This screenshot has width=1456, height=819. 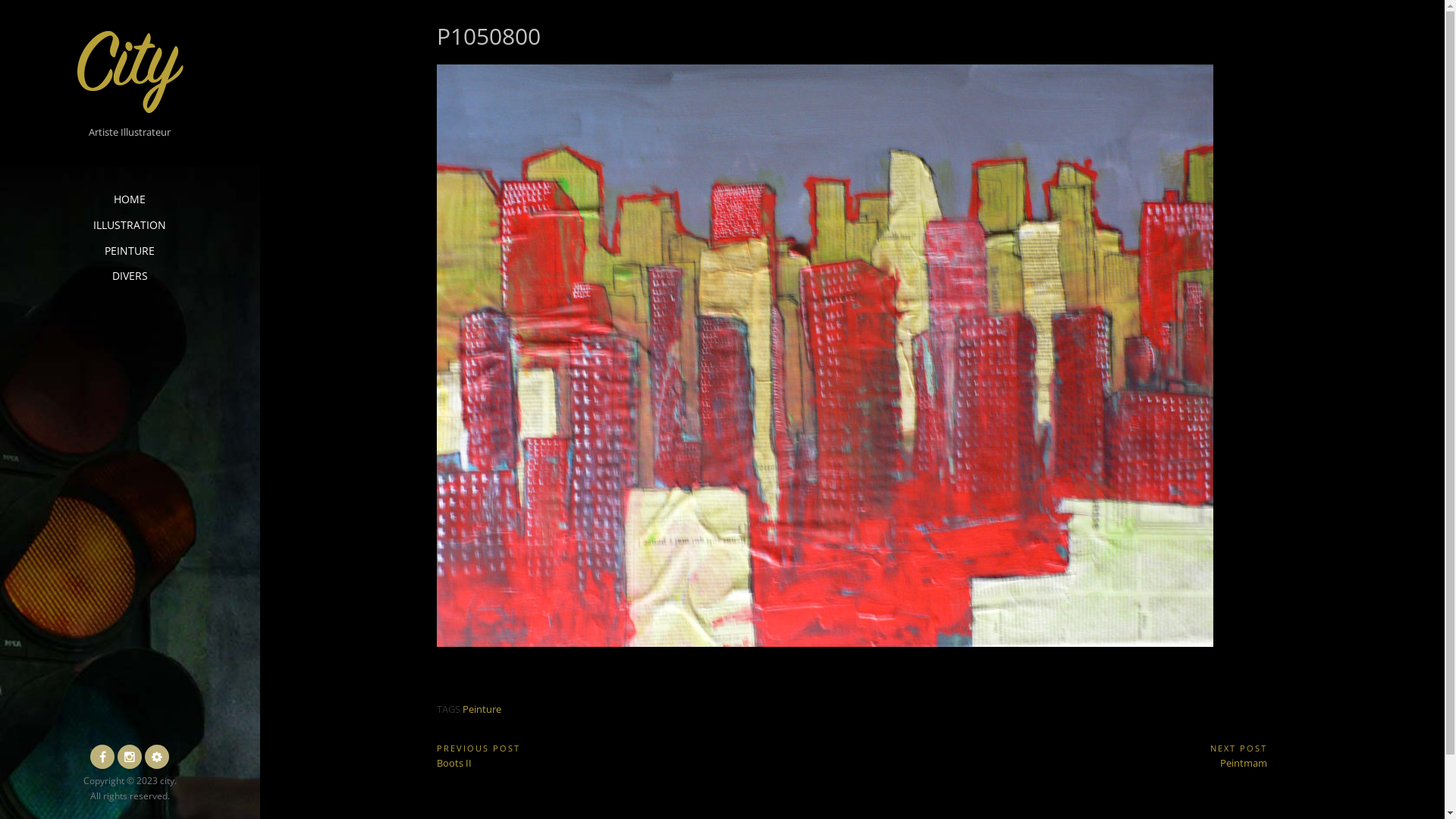 What do you see at coordinates (130, 225) in the screenshot?
I see `'ILLUSTRATION'` at bounding box center [130, 225].